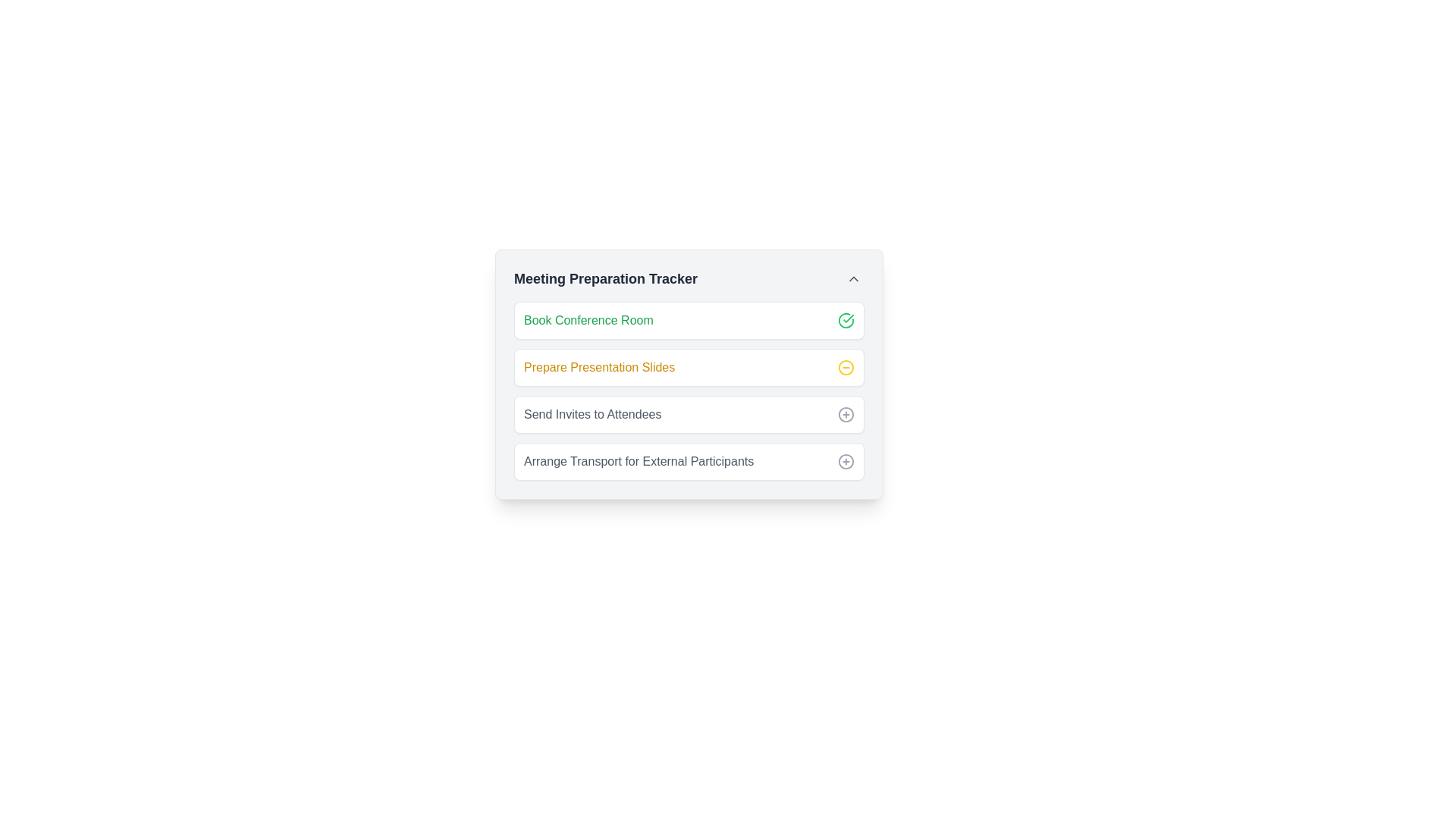 The image size is (1456, 819). What do you see at coordinates (854, 278) in the screenshot?
I see `the upward-facing chevron icon located at the top-right corner of the 'Meeting Preparation Tracker' panel` at bounding box center [854, 278].